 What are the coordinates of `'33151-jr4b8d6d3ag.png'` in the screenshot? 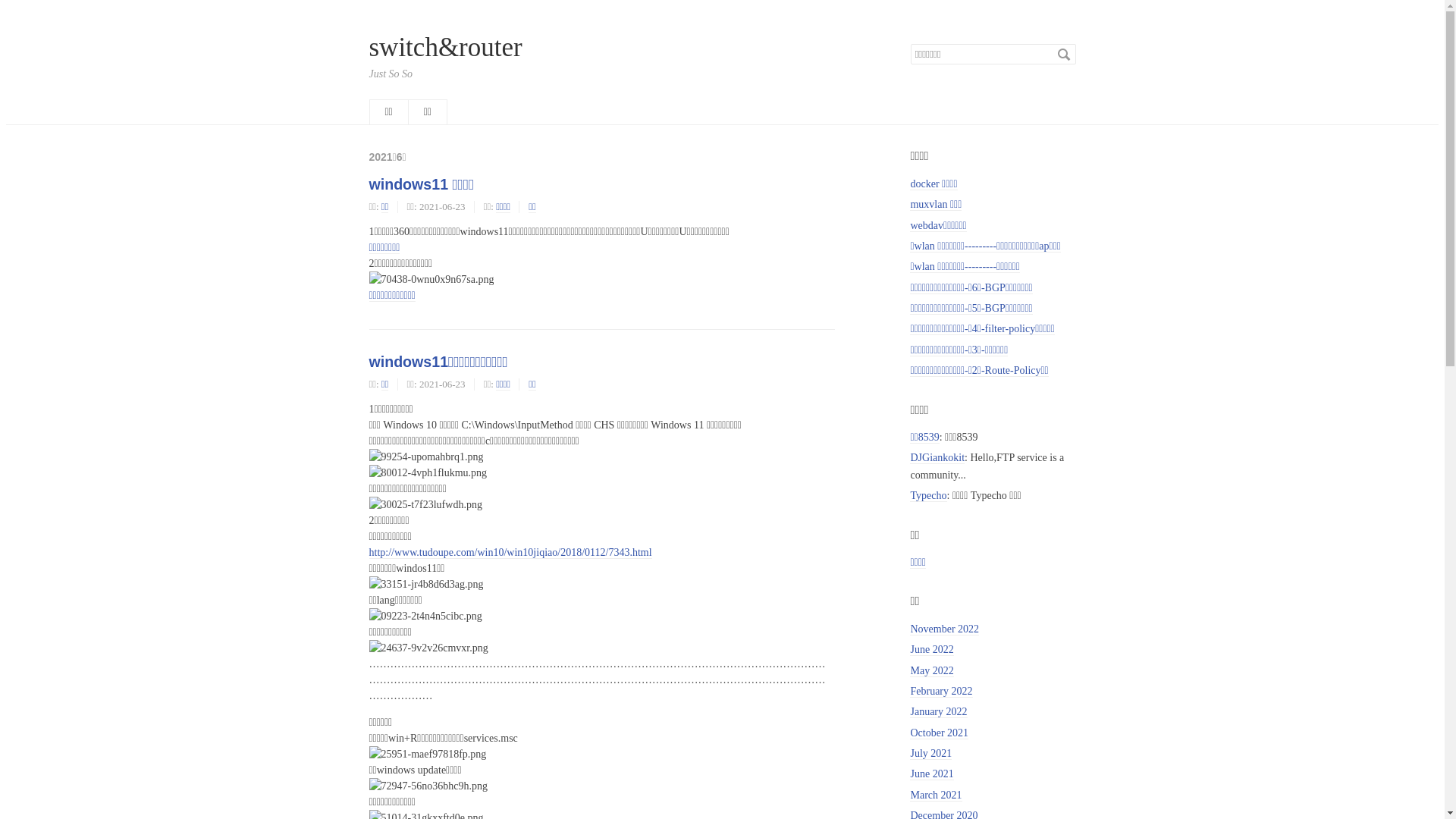 It's located at (425, 583).